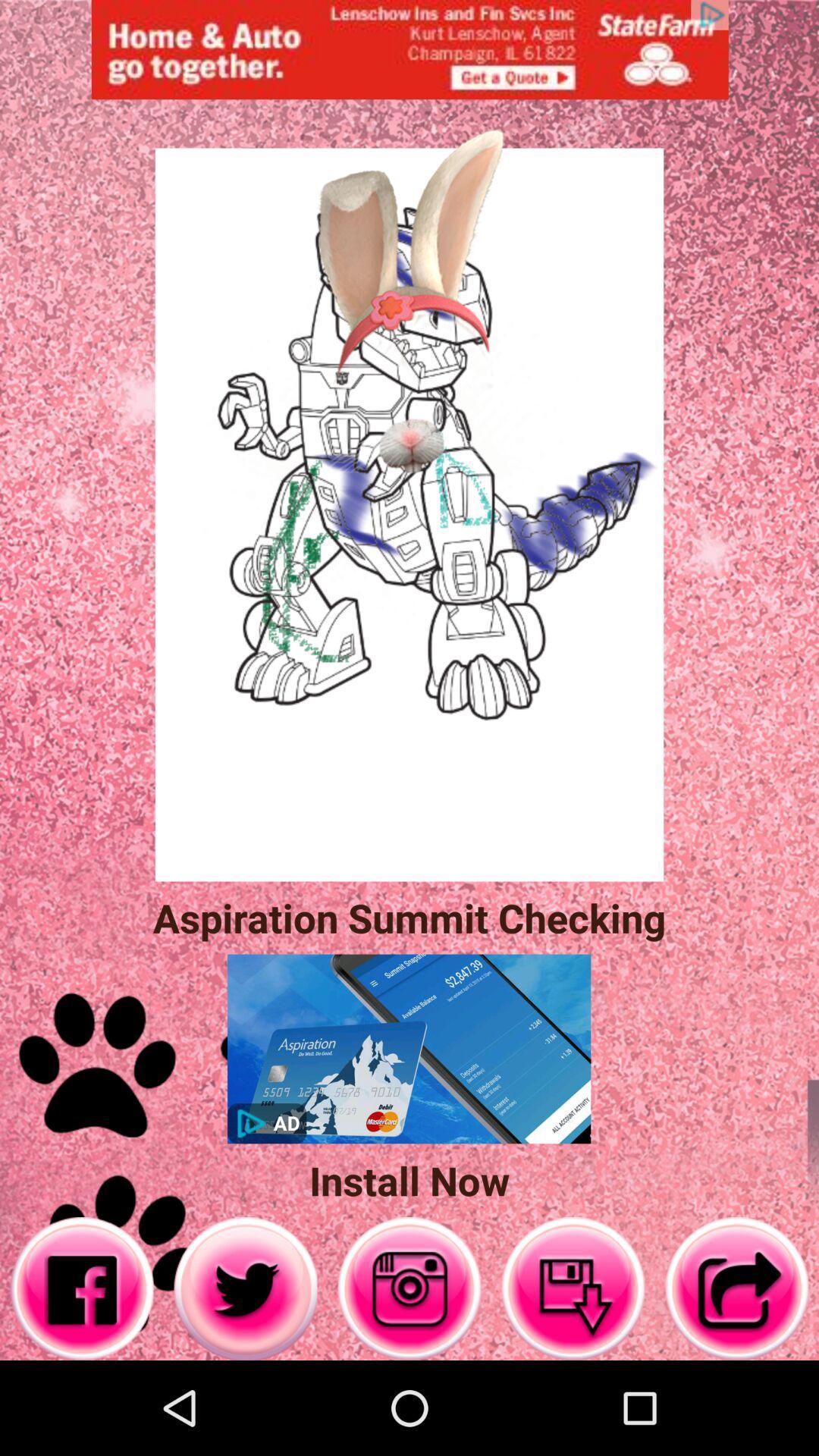  What do you see at coordinates (409, 1288) in the screenshot?
I see `on the music` at bounding box center [409, 1288].